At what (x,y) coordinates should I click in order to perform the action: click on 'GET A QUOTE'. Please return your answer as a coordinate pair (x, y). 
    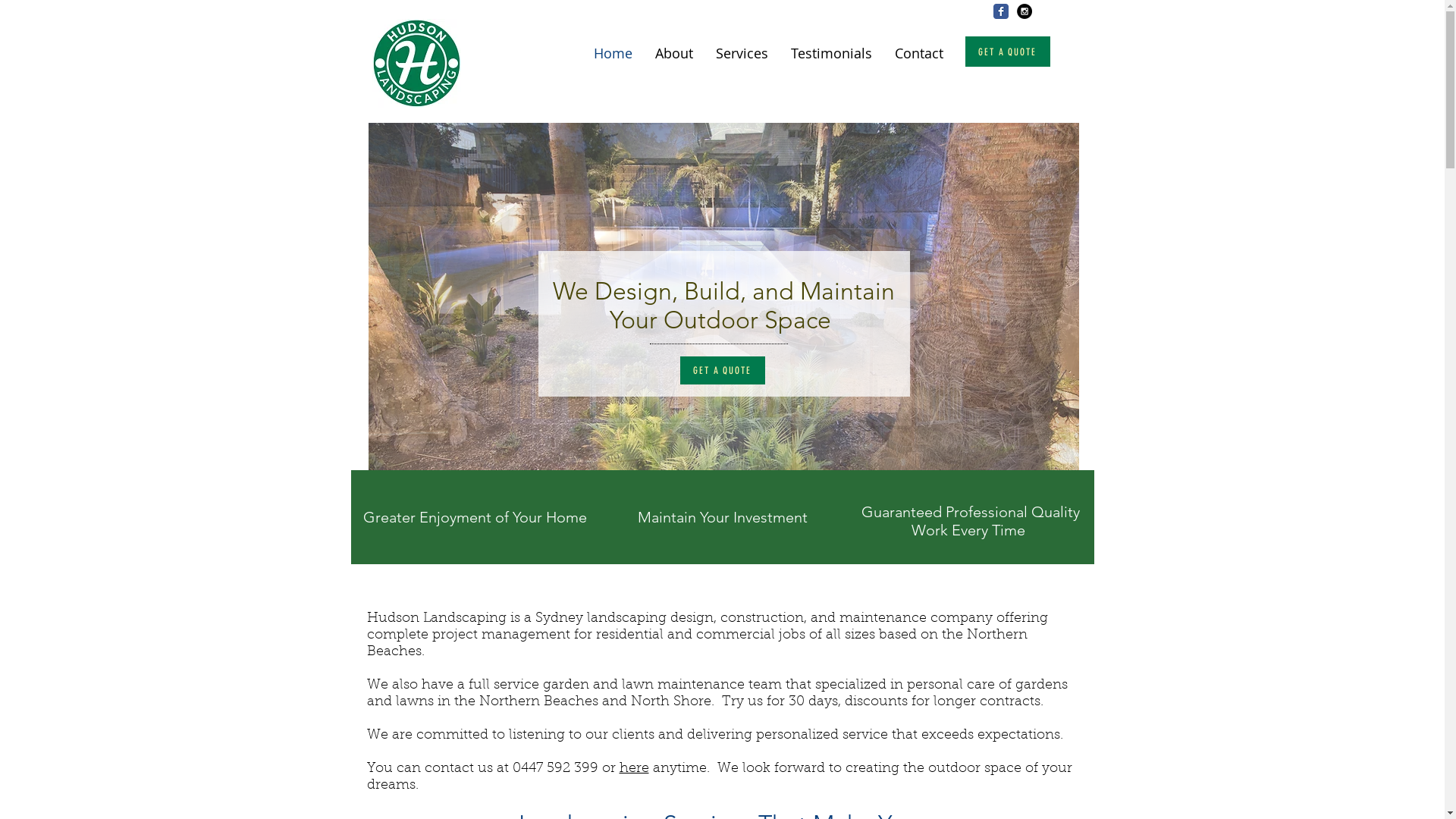
    Looking at the image, I should click on (679, 370).